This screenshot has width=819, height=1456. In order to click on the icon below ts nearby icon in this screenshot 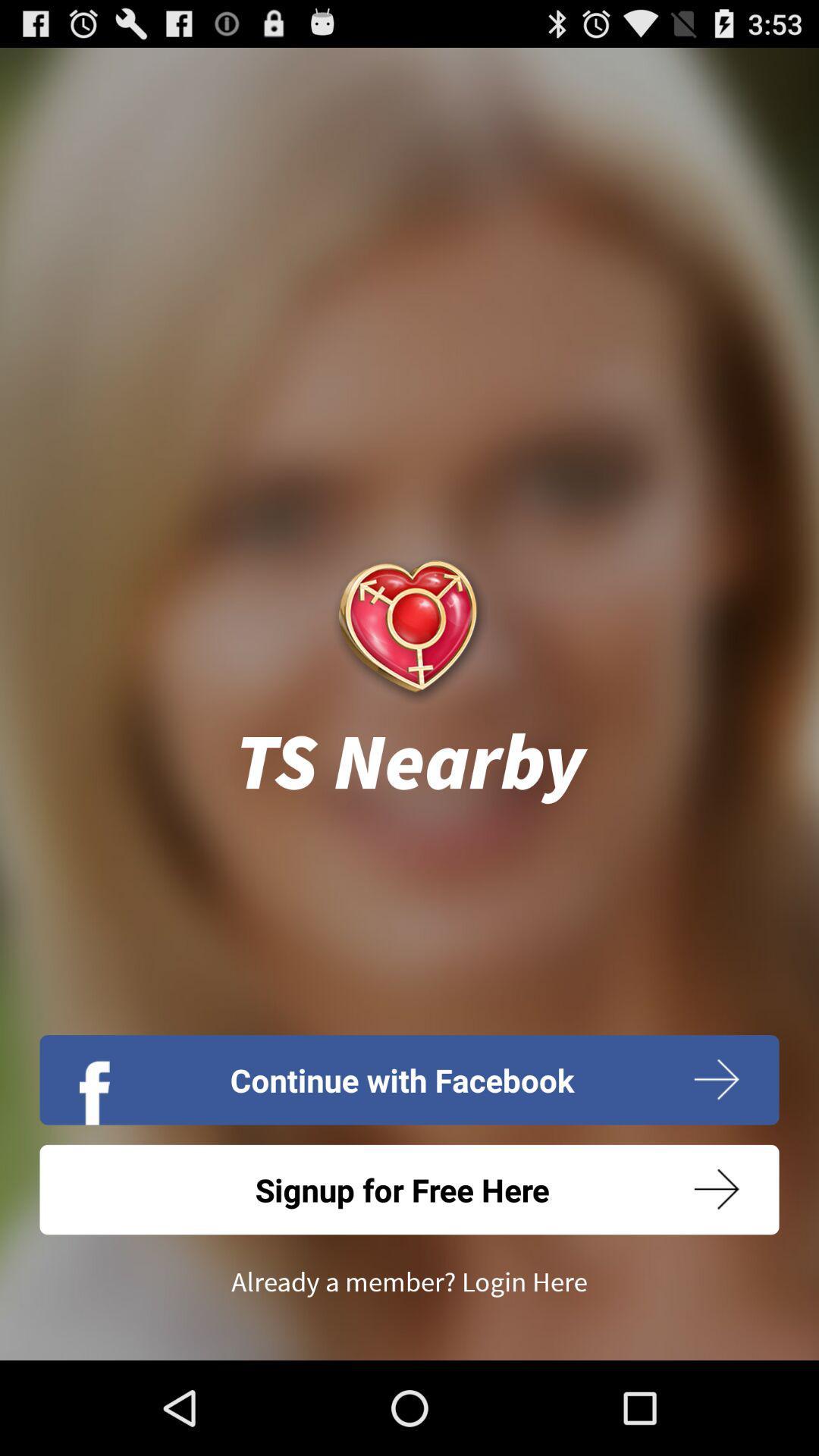, I will do `click(409, 1079)`.